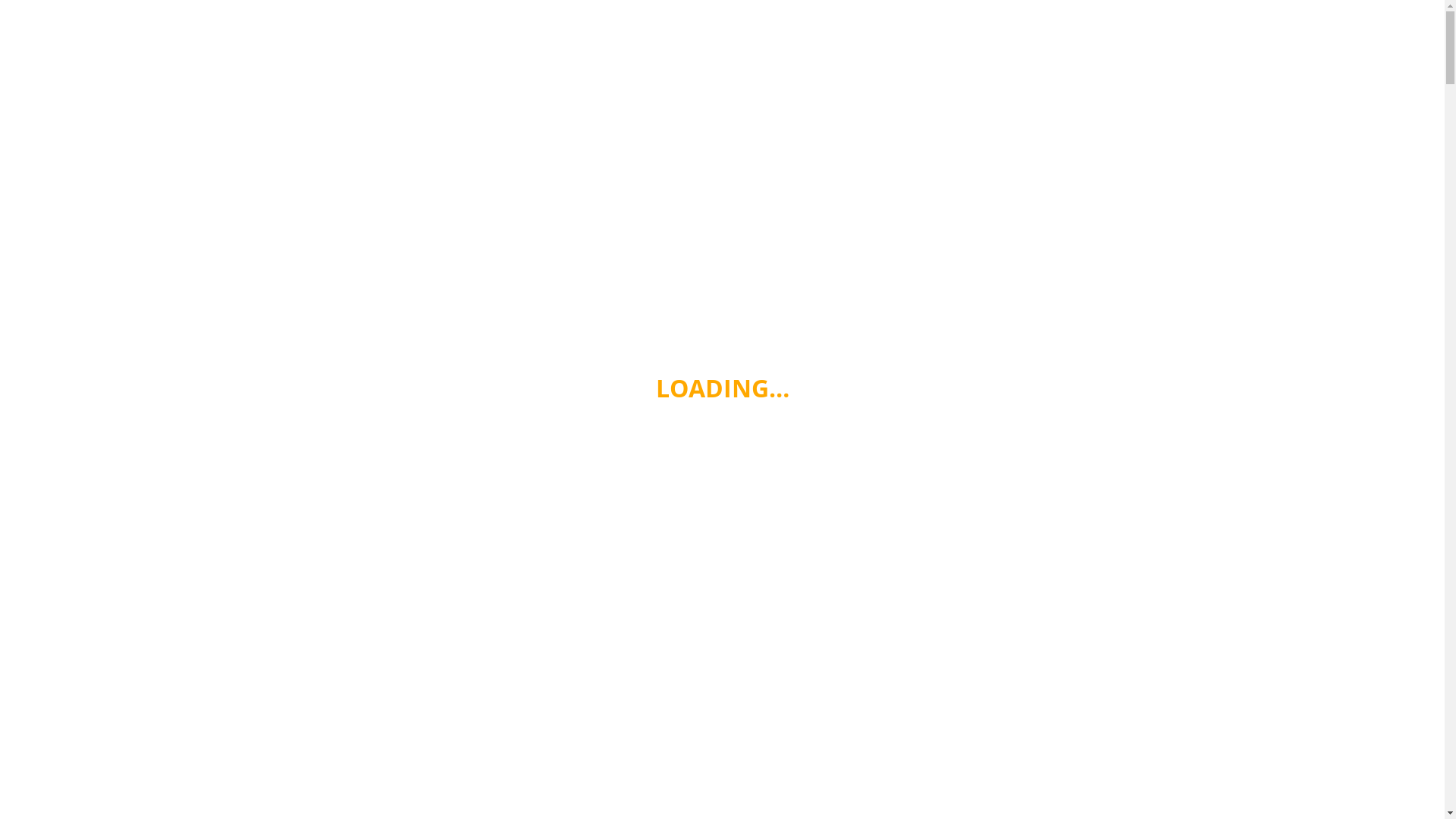 The width and height of the screenshot is (1456, 819). Describe the element at coordinates (1117, 20) in the screenshot. I see `'CONTACT'` at that location.